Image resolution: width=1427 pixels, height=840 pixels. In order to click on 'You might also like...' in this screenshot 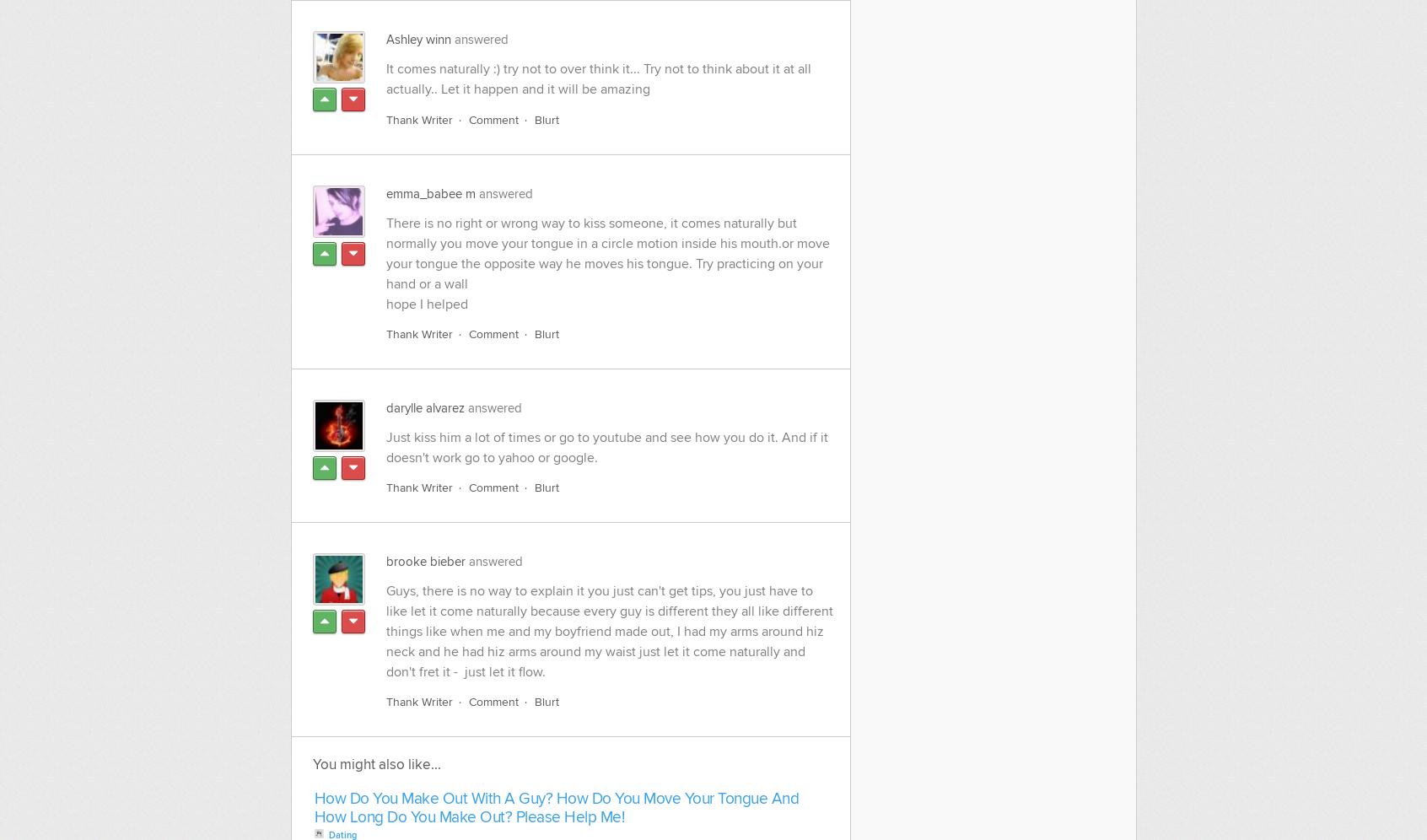, I will do `click(375, 762)`.